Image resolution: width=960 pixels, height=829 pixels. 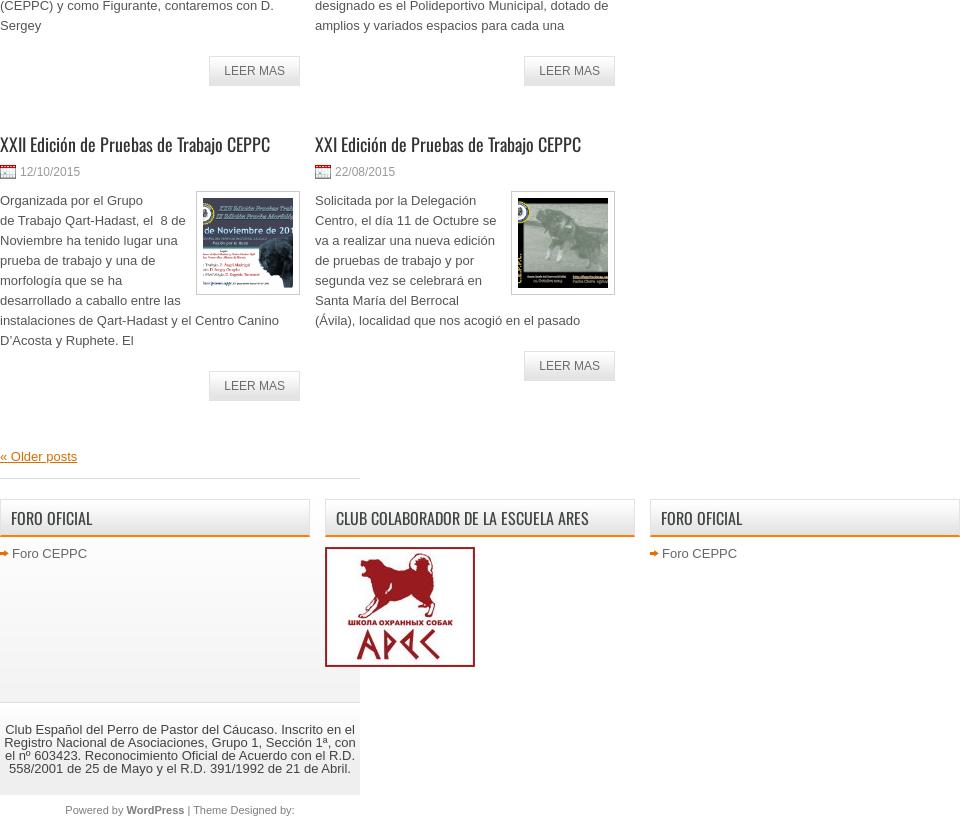 I want to click on 'Club Colaborador de la Escuela ARES', so click(x=462, y=516).